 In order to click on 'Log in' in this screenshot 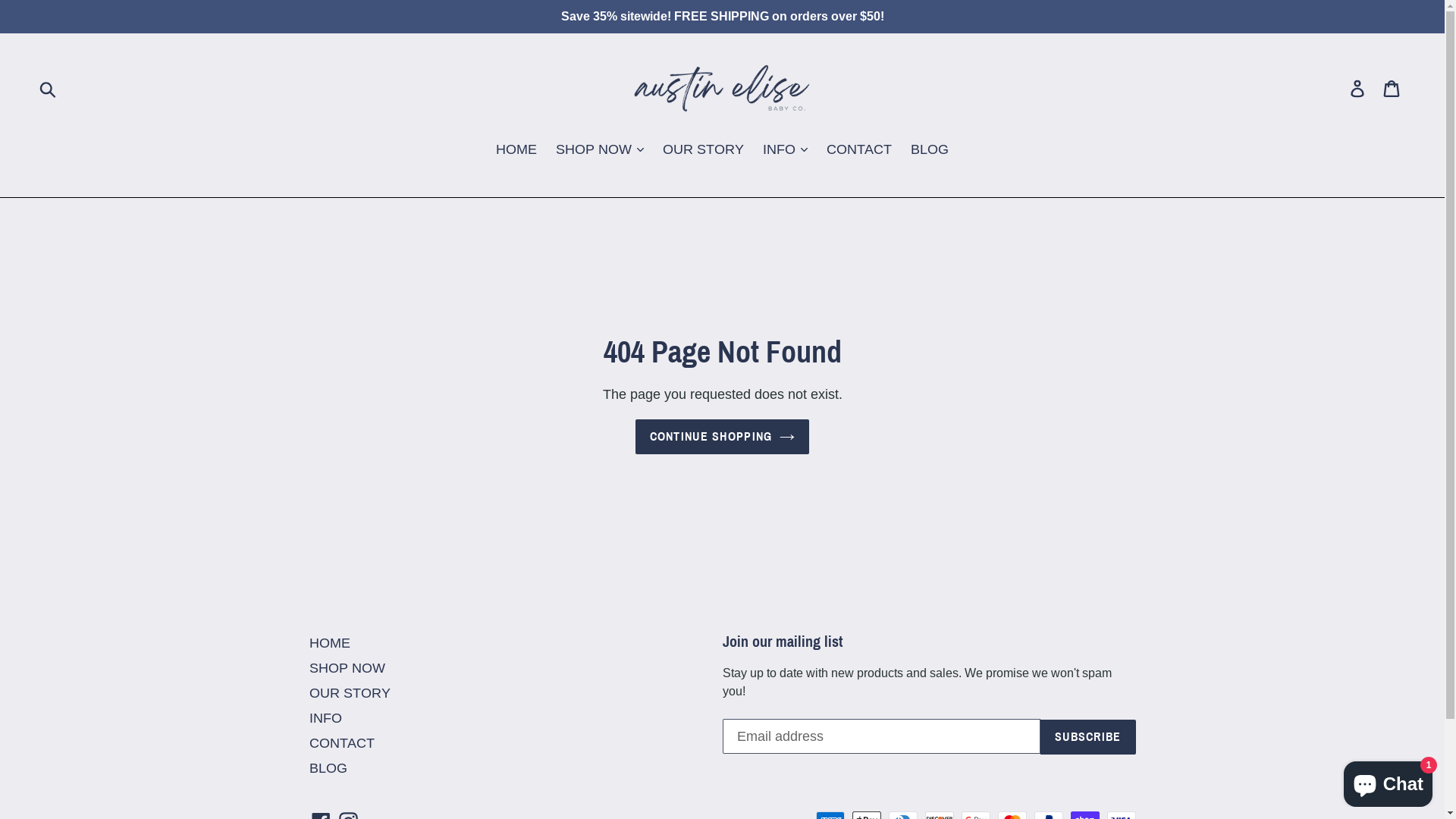, I will do `click(1358, 87)`.